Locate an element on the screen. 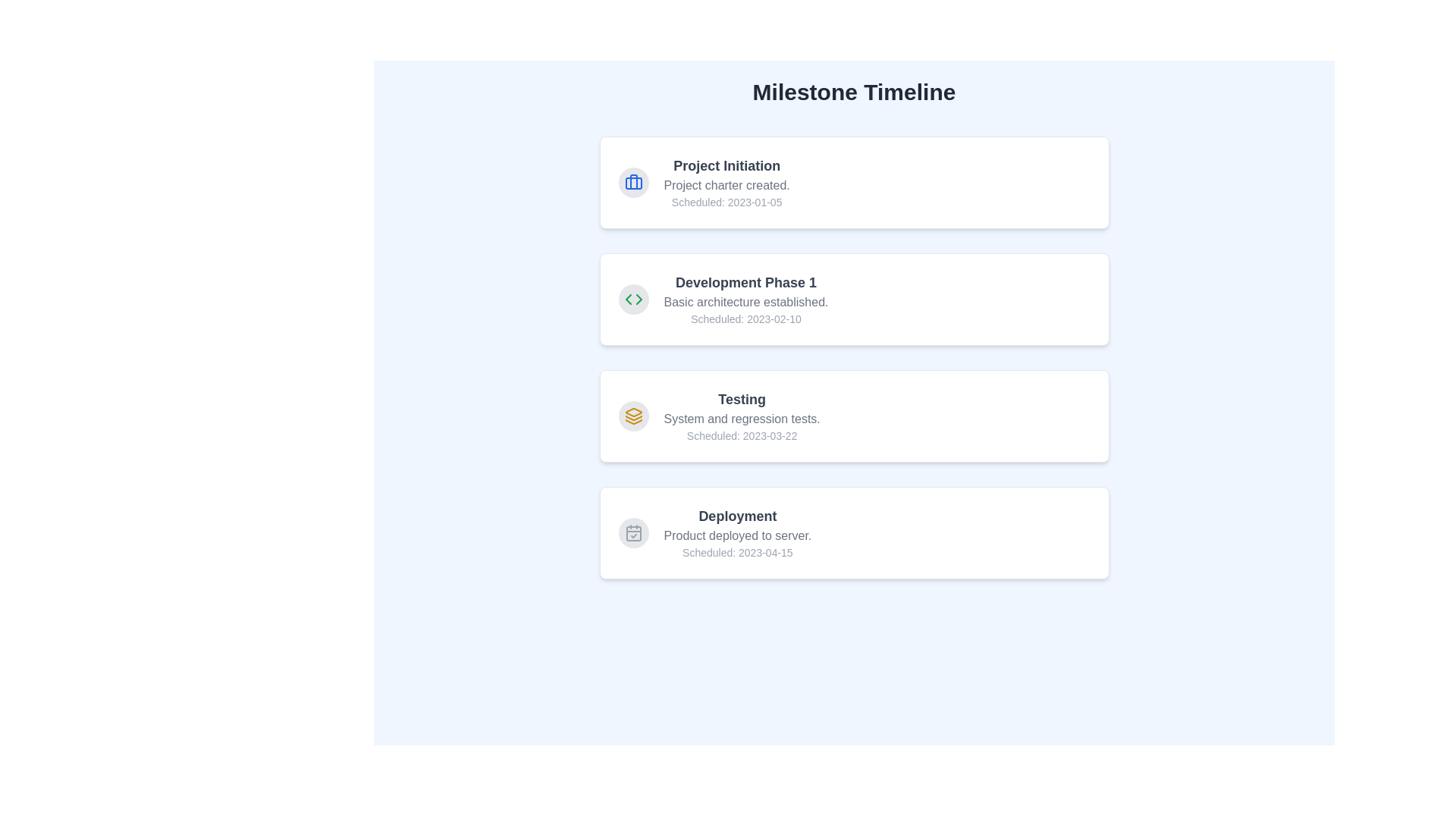 The height and width of the screenshot is (819, 1456). the fourth milestone marker card in the timeline, which is located below the 'Testing' card is located at coordinates (854, 532).